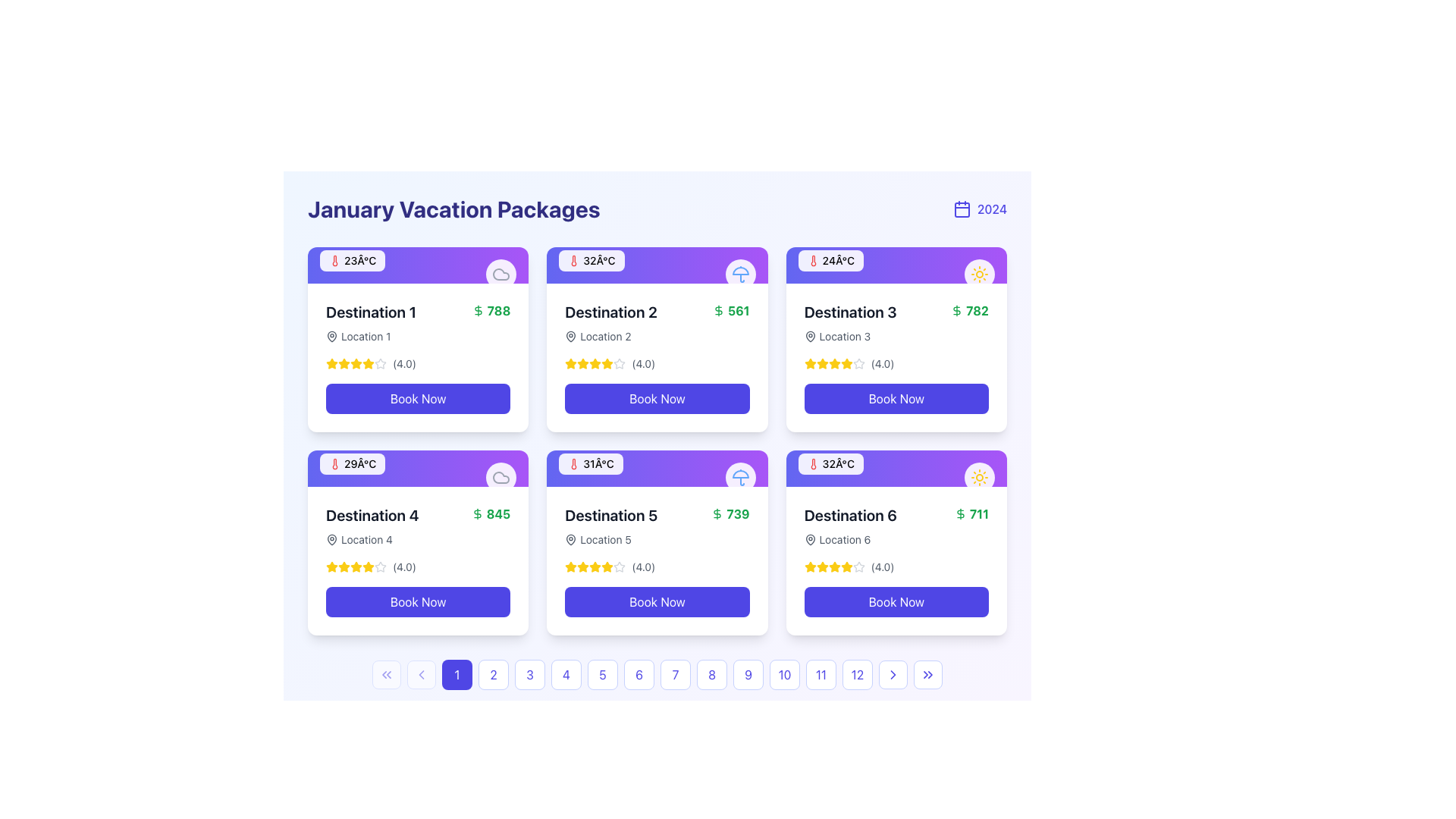 The height and width of the screenshot is (819, 1456). What do you see at coordinates (956, 309) in the screenshot?
I see `the currency symbol icon located to the left of the numeric value '782' within the 'Destination 3' card in the grid layout` at bounding box center [956, 309].